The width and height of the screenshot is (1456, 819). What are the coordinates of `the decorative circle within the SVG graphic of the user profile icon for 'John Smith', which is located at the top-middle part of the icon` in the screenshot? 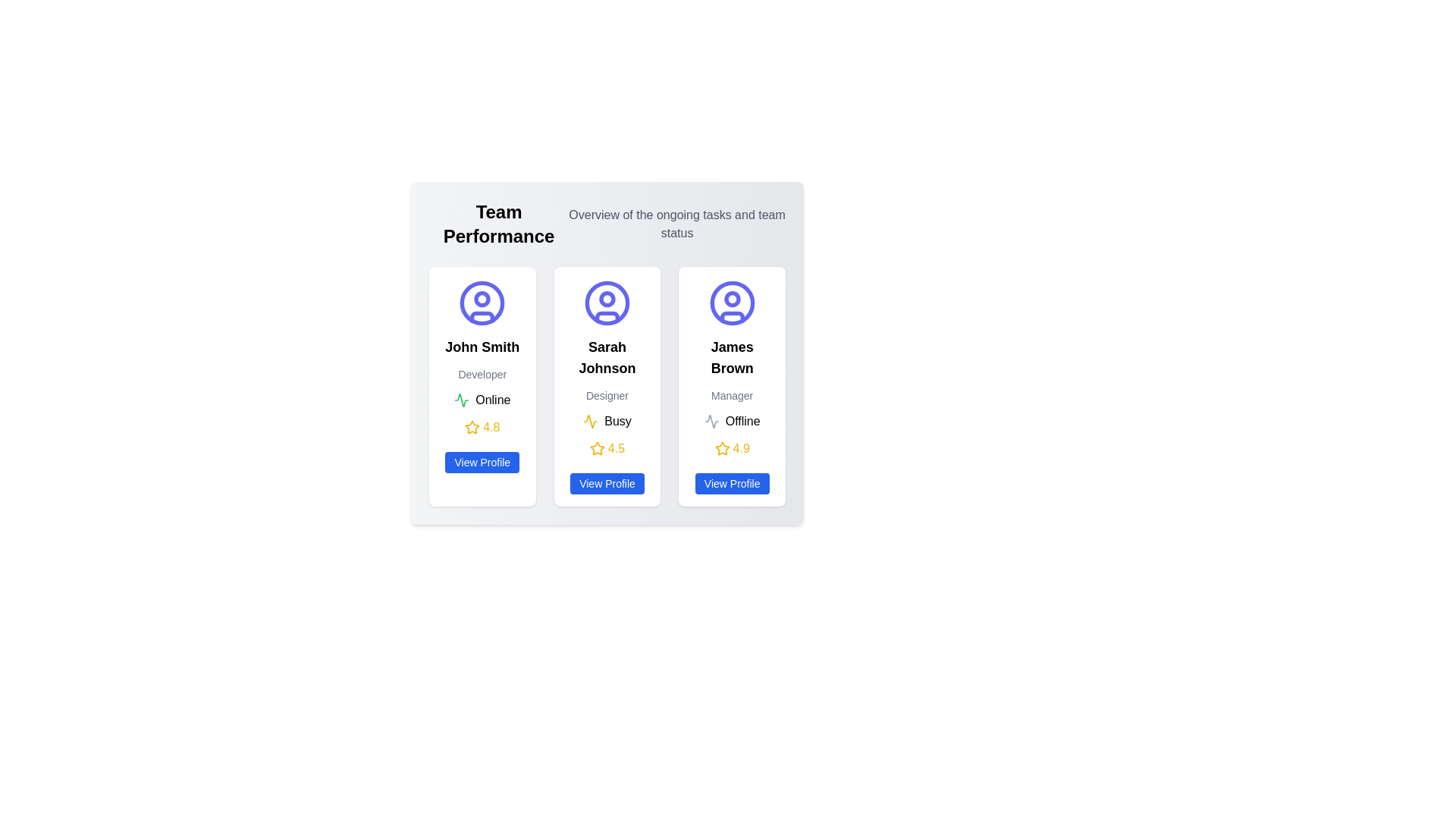 It's located at (482, 299).